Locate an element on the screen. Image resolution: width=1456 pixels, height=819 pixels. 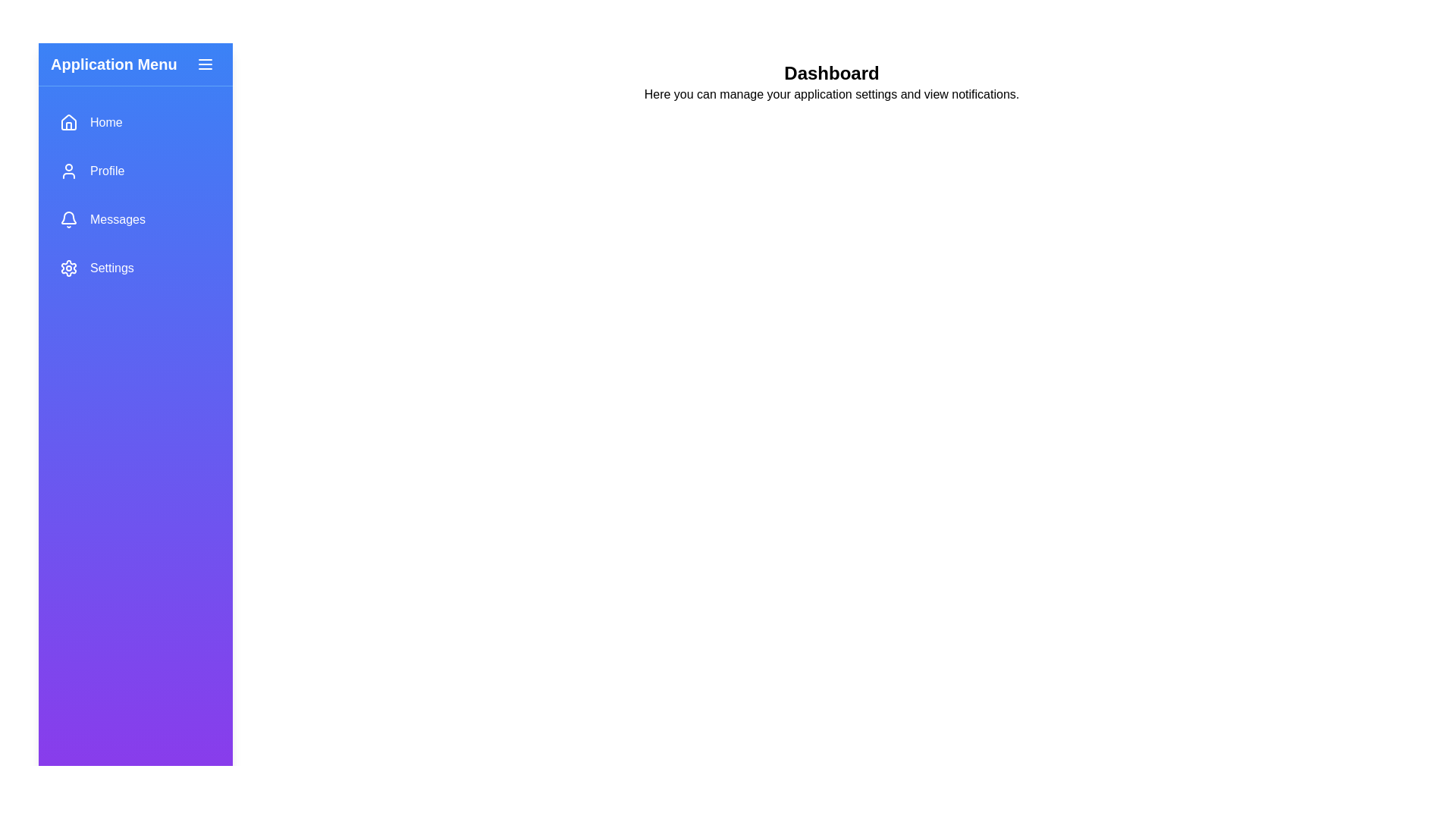
the 'Home' text label in the vertical navigation menu is located at coordinates (105, 122).